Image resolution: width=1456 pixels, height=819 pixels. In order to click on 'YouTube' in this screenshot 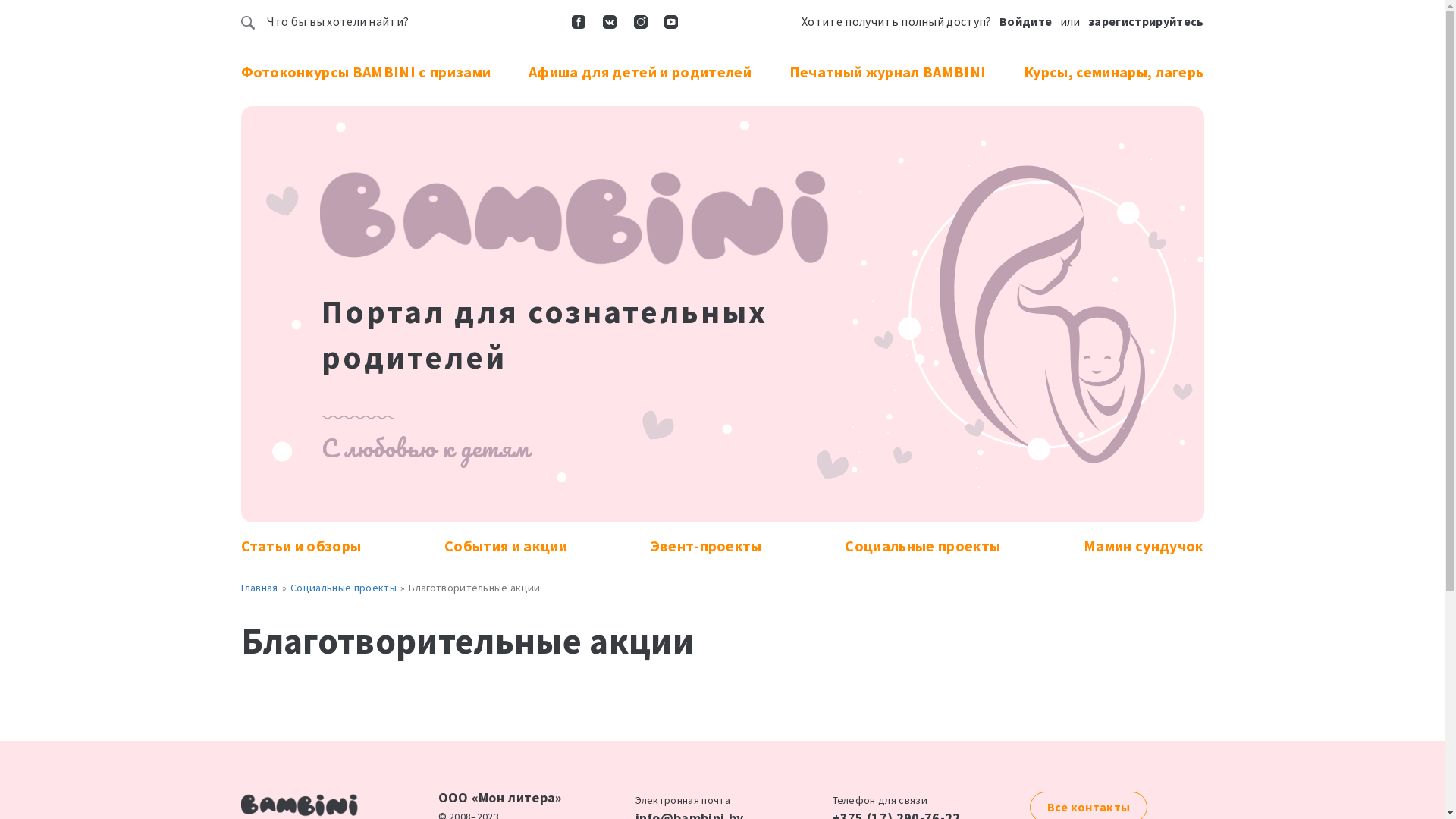, I will do `click(670, 27)`.